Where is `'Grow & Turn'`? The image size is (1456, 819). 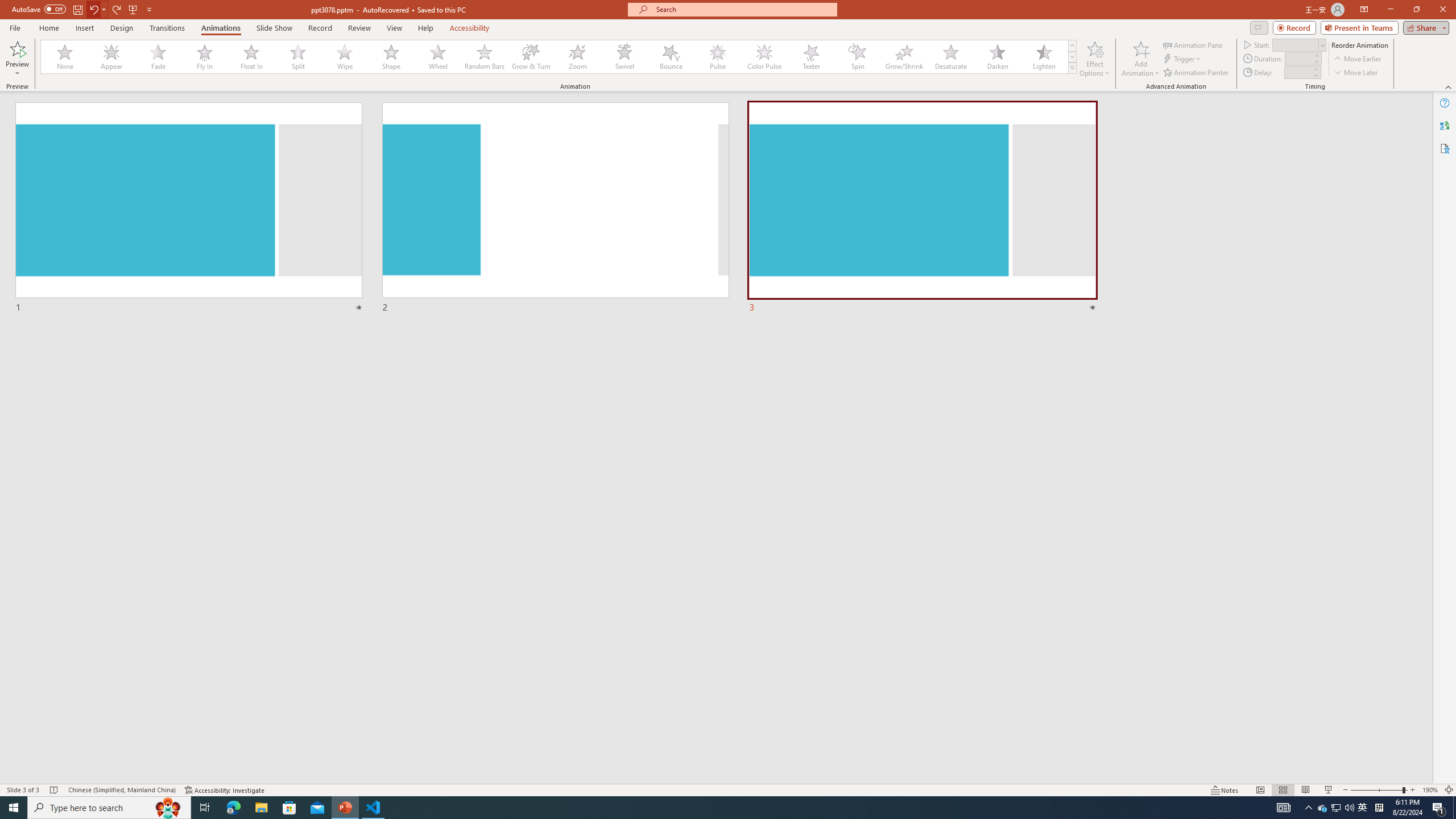 'Grow & Turn' is located at coordinates (531, 56).